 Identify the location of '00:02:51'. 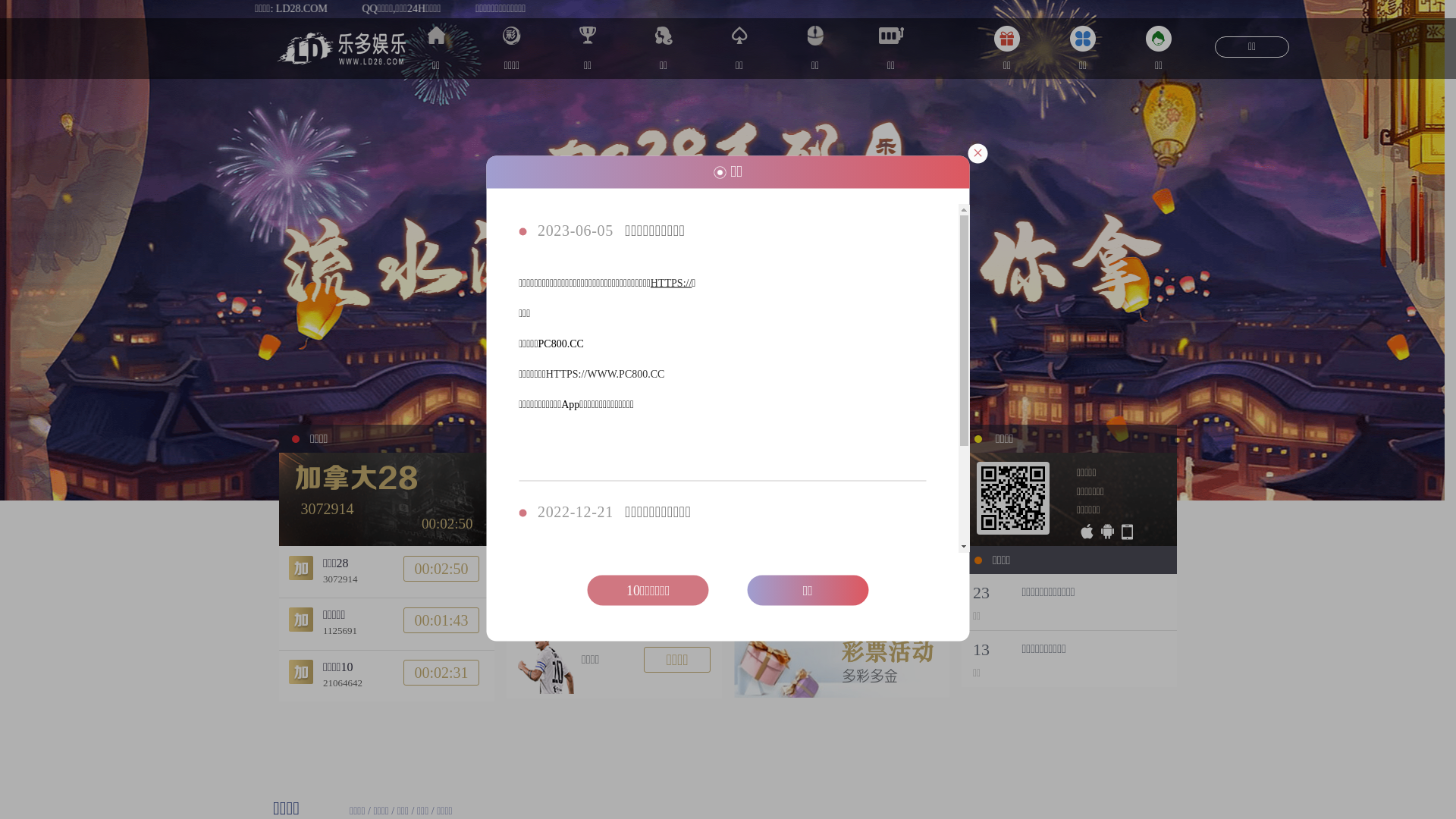
(440, 567).